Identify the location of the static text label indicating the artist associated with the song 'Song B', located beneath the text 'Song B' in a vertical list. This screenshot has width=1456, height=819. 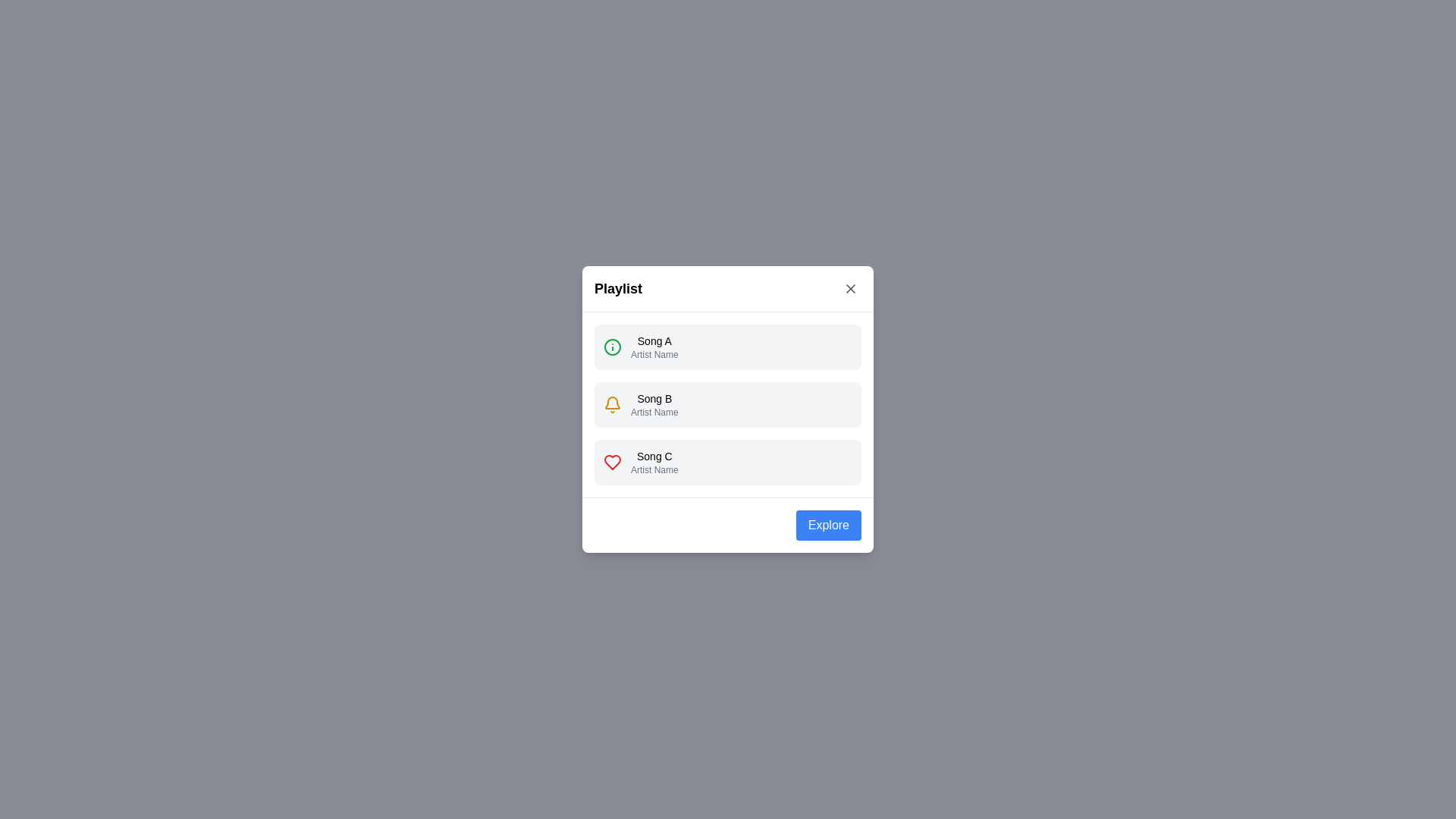
(654, 412).